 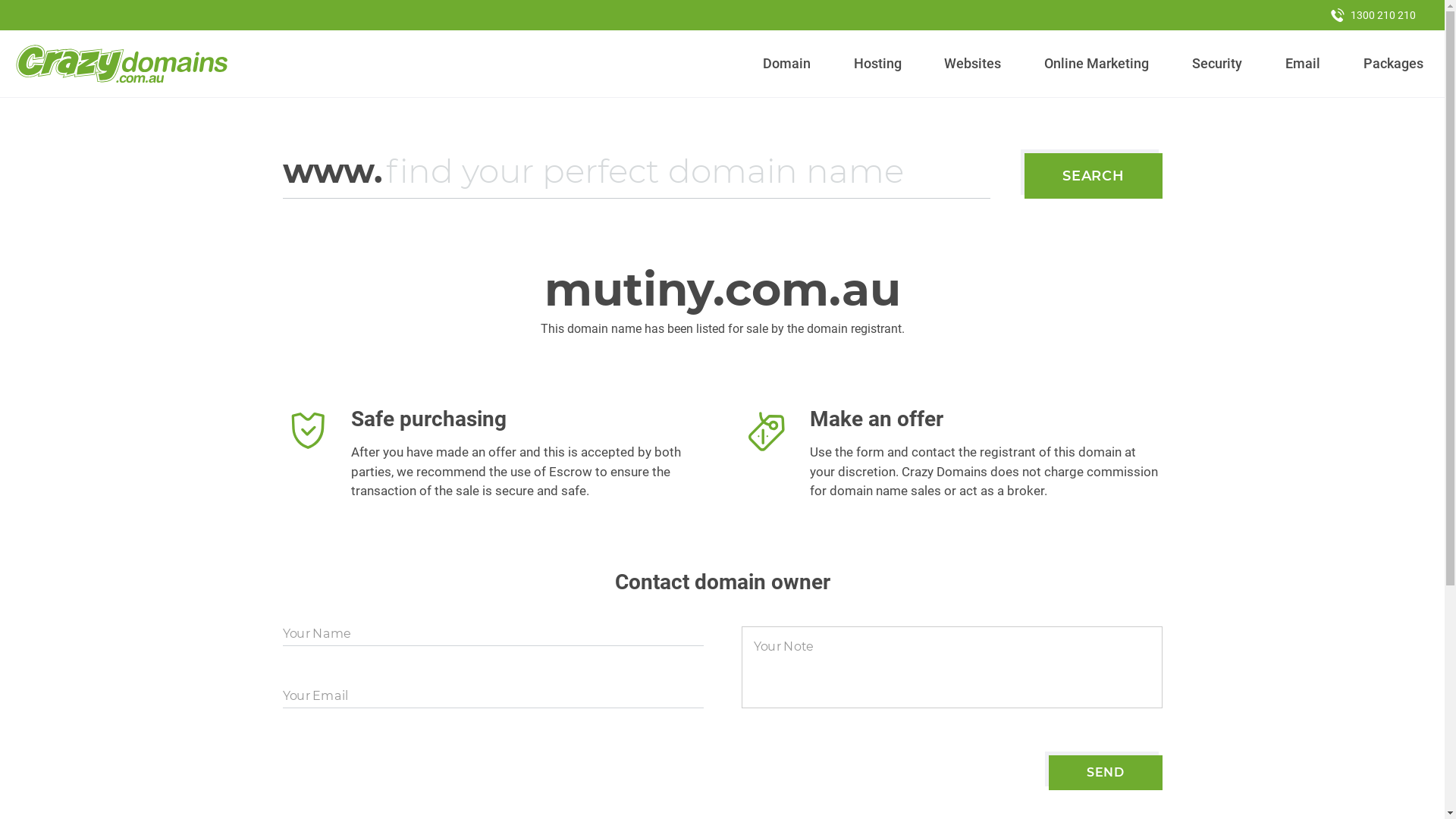 I want to click on 'SEARCH', so click(x=1093, y=174).